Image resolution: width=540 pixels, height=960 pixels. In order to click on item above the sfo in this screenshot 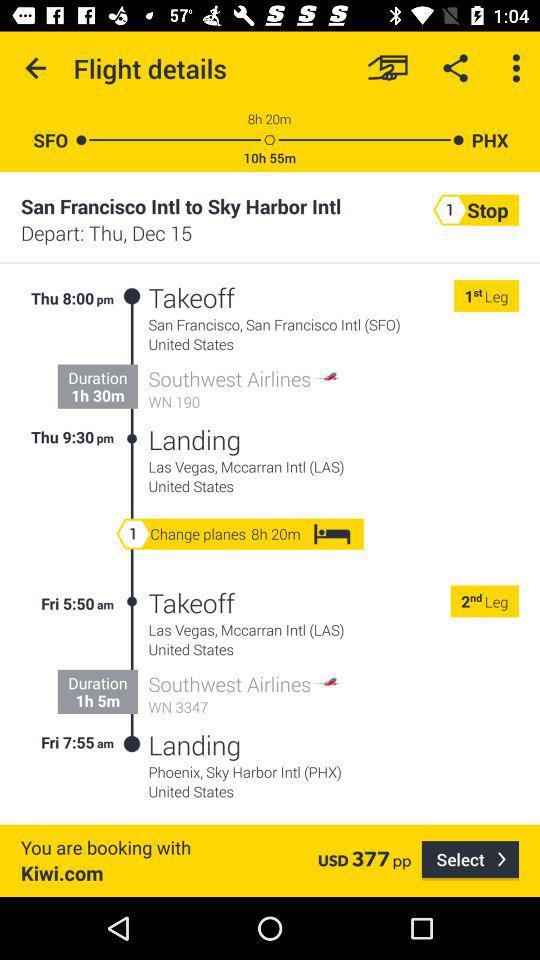, I will do `click(36, 68)`.